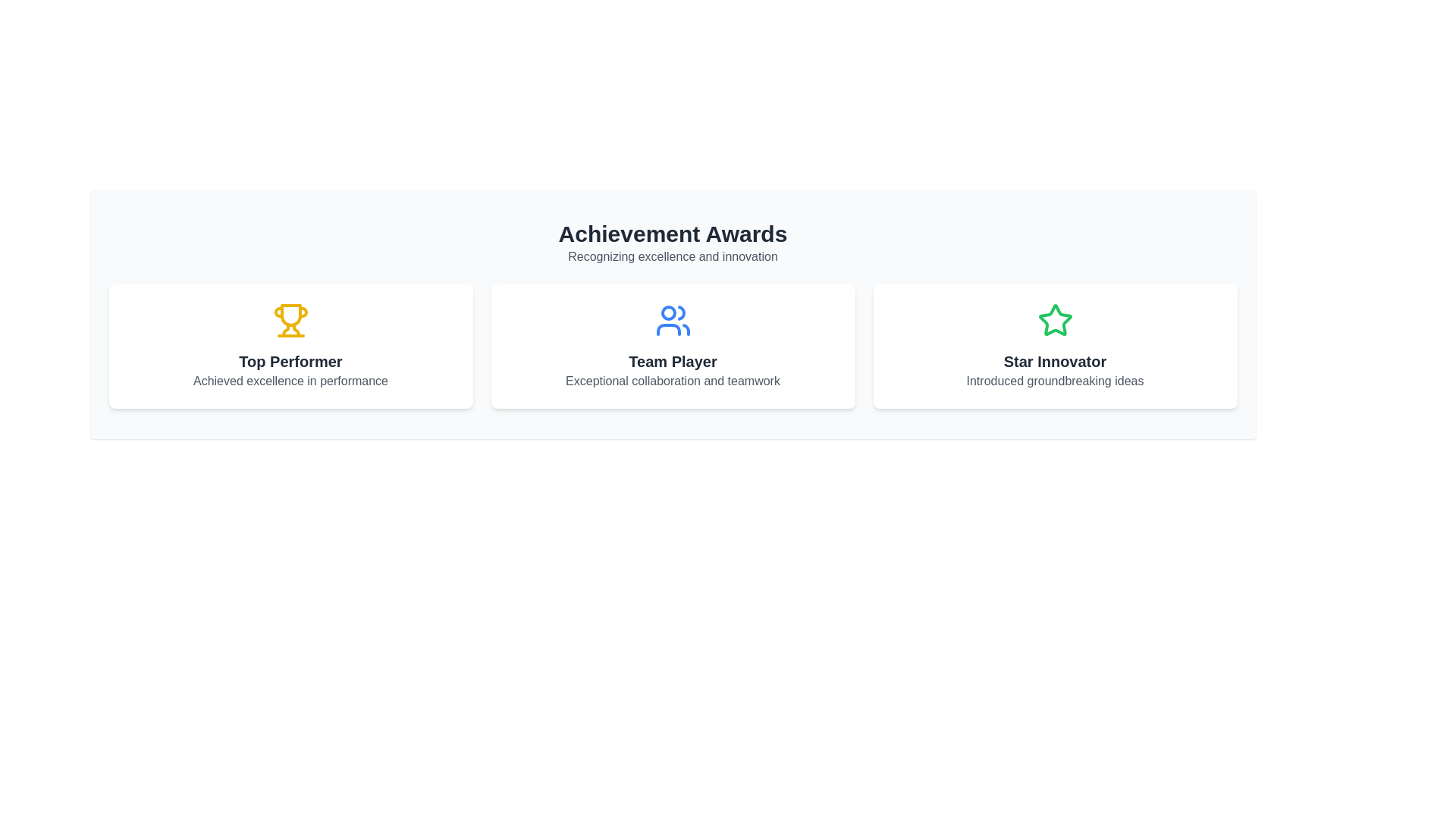 The height and width of the screenshot is (819, 1456). I want to click on the decorative icon representing the 'Star Innovator' award located in the rightmost card of the Achievement Awards section, so click(1054, 319).